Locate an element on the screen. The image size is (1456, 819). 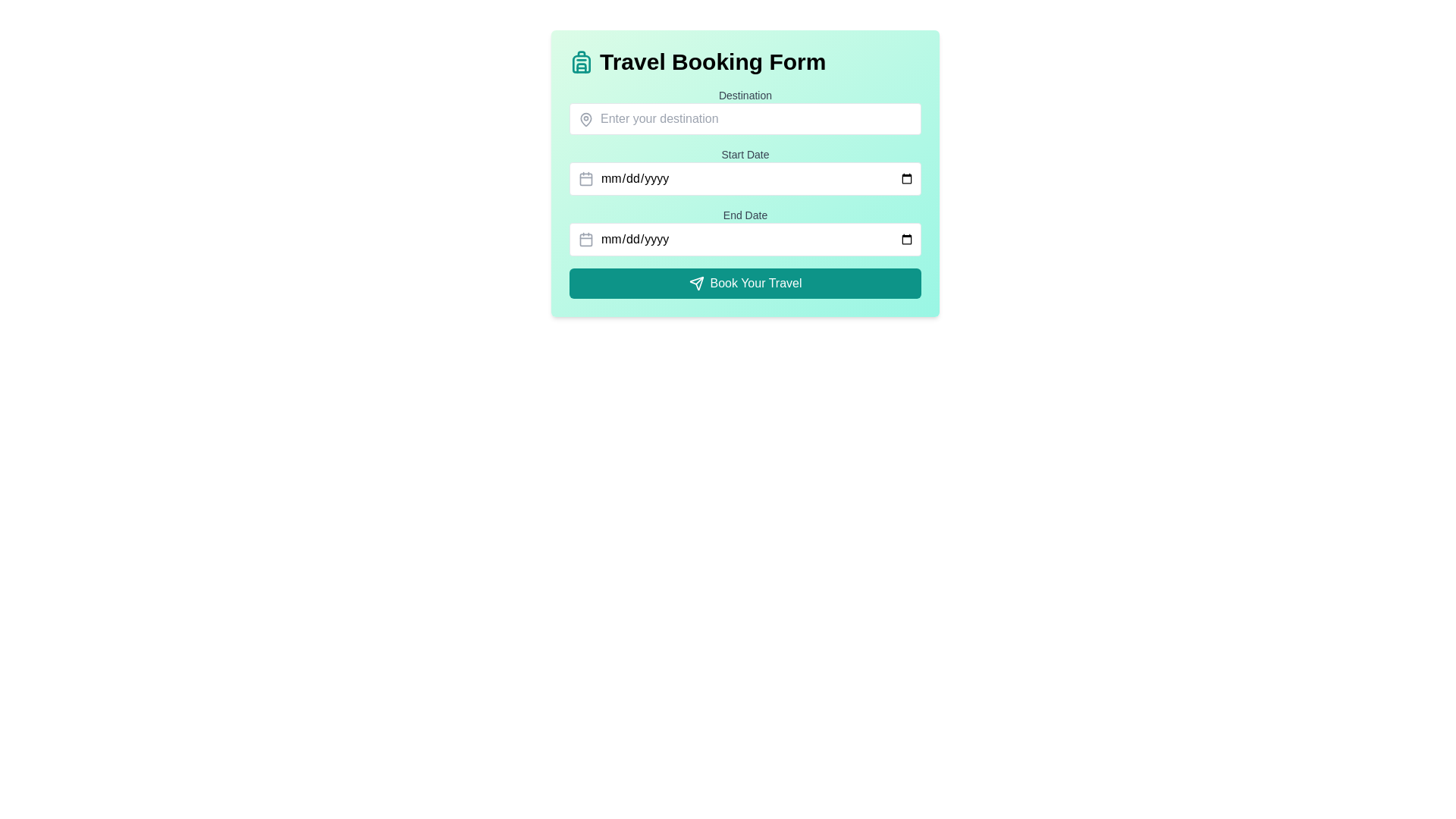
the rectangular shape within the calendar icon that is part of the 'Start Date' input field, which is styled with rounded corners and positioned symmetrically within the calendar visual is located at coordinates (585, 177).